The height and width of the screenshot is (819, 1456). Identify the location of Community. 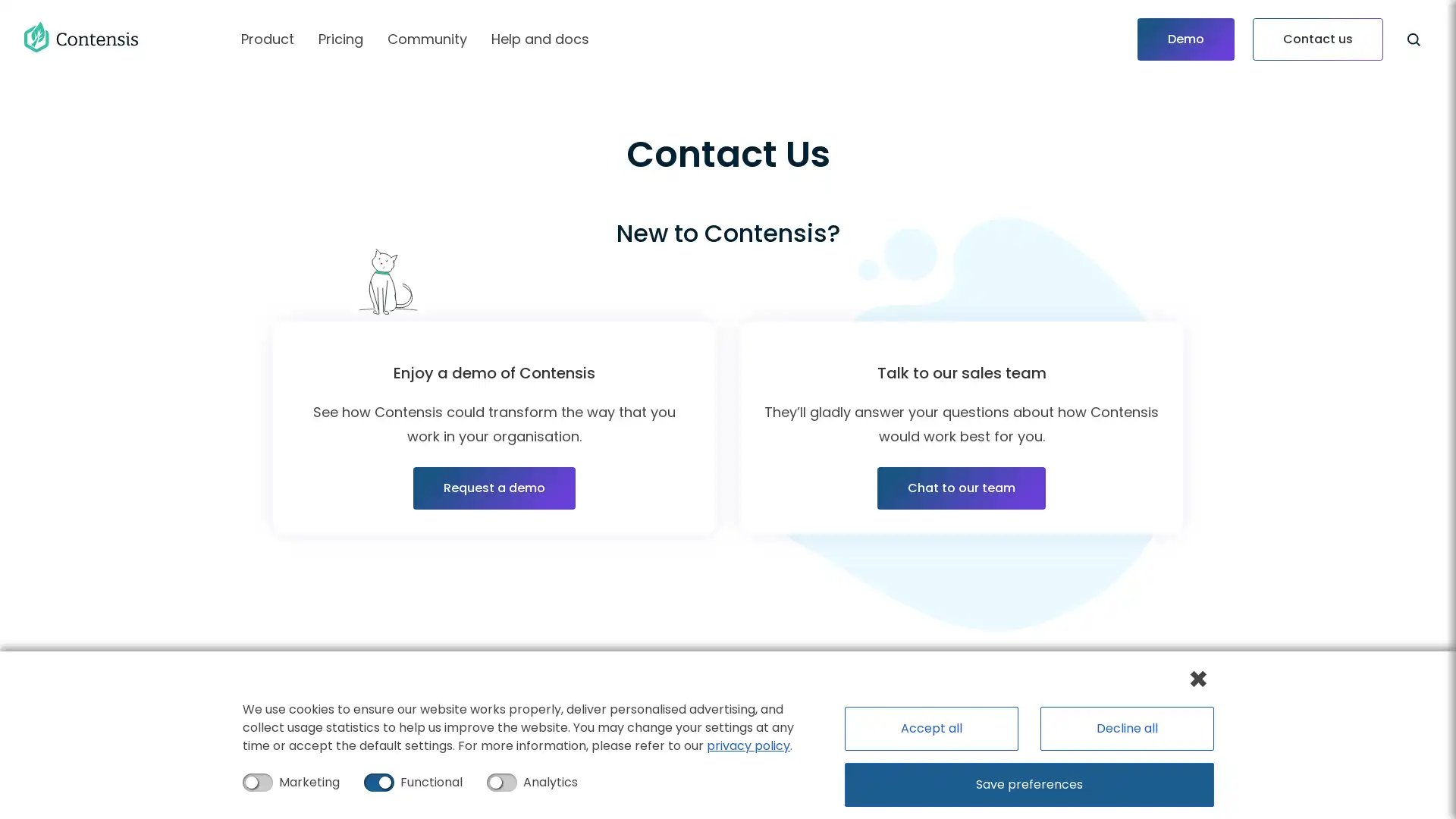
(426, 38).